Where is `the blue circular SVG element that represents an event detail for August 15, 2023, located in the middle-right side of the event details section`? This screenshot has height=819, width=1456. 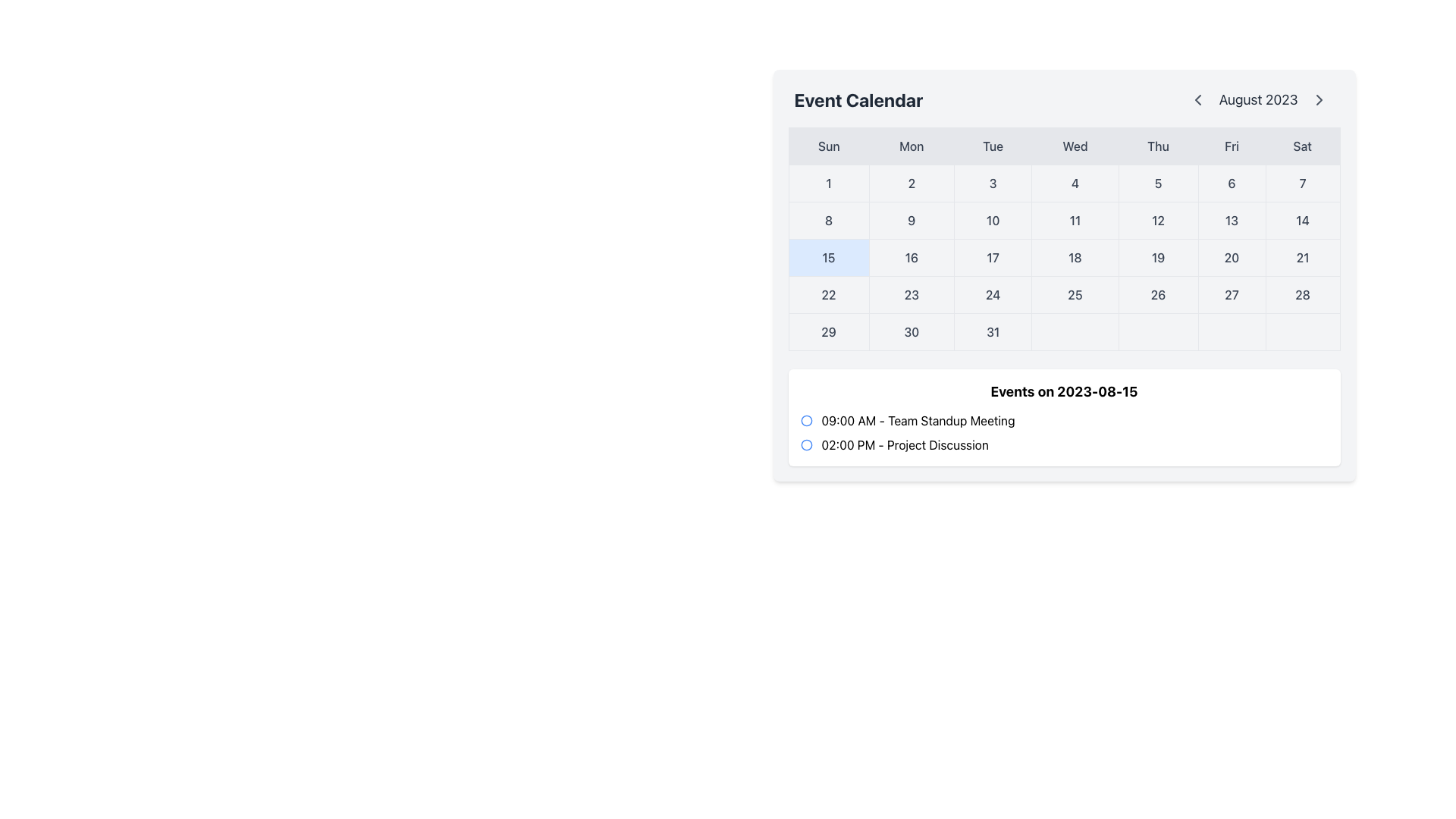
the blue circular SVG element that represents an event detail for August 15, 2023, located in the middle-right side of the event details section is located at coordinates (805, 421).